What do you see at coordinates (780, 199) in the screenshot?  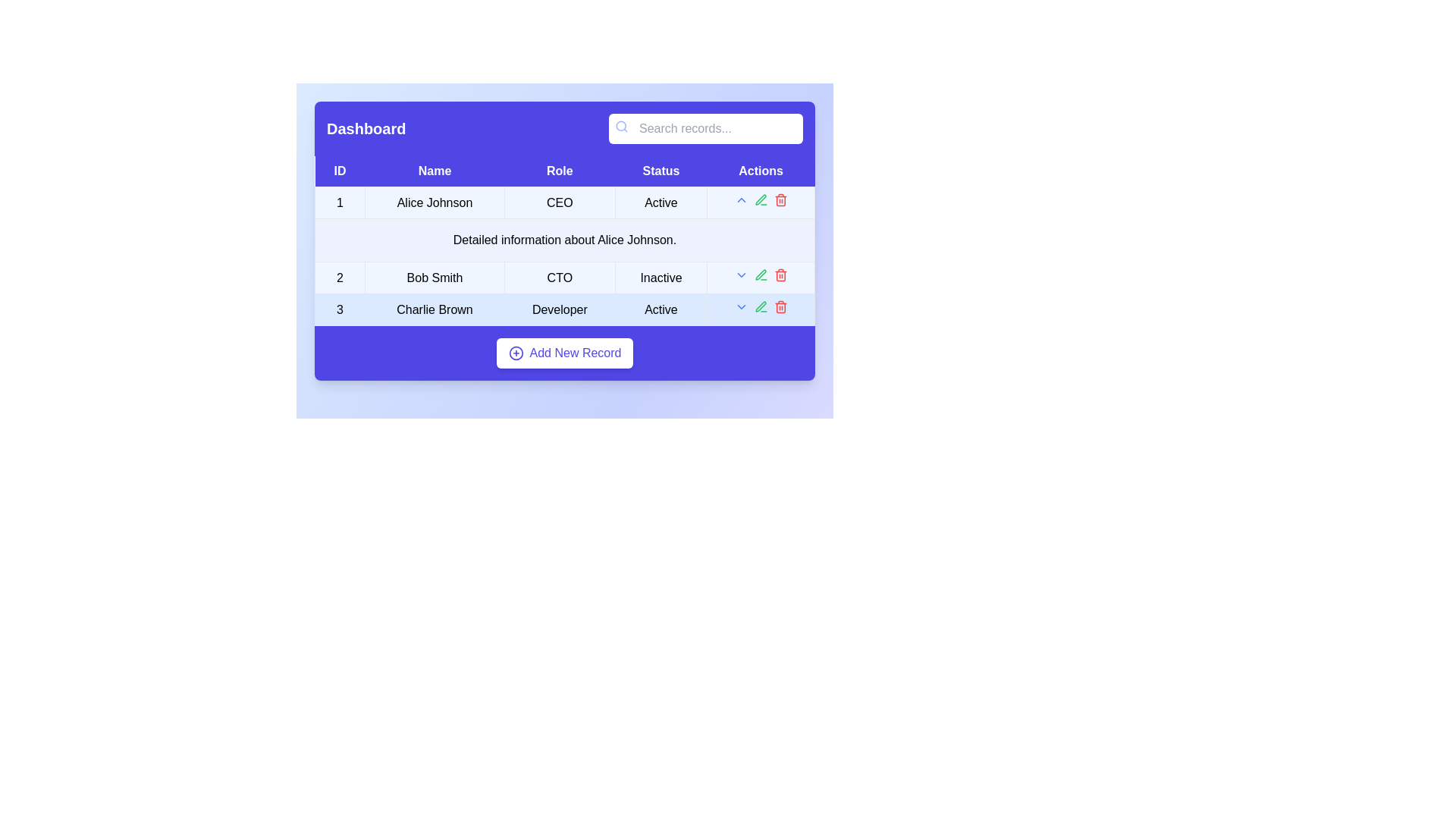 I see `the red trash can icon button located in the 'Actions' column of the first row of the table` at bounding box center [780, 199].